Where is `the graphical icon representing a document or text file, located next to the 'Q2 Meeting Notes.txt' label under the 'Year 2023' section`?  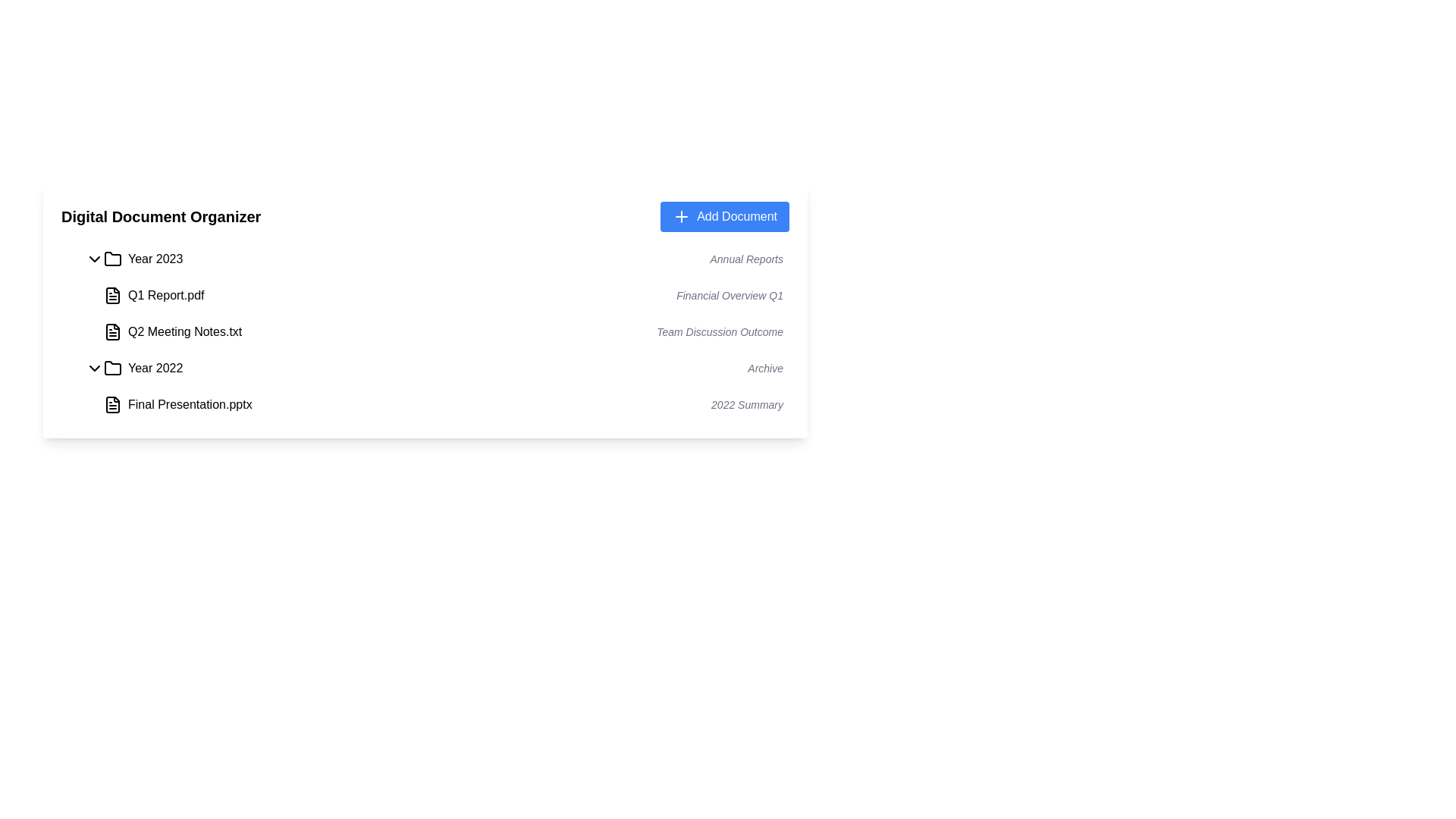
the graphical icon representing a document or text file, located next to the 'Q2 Meeting Notes.txt' label under the 'Year 2023' section is located at coordinates (111, 331).